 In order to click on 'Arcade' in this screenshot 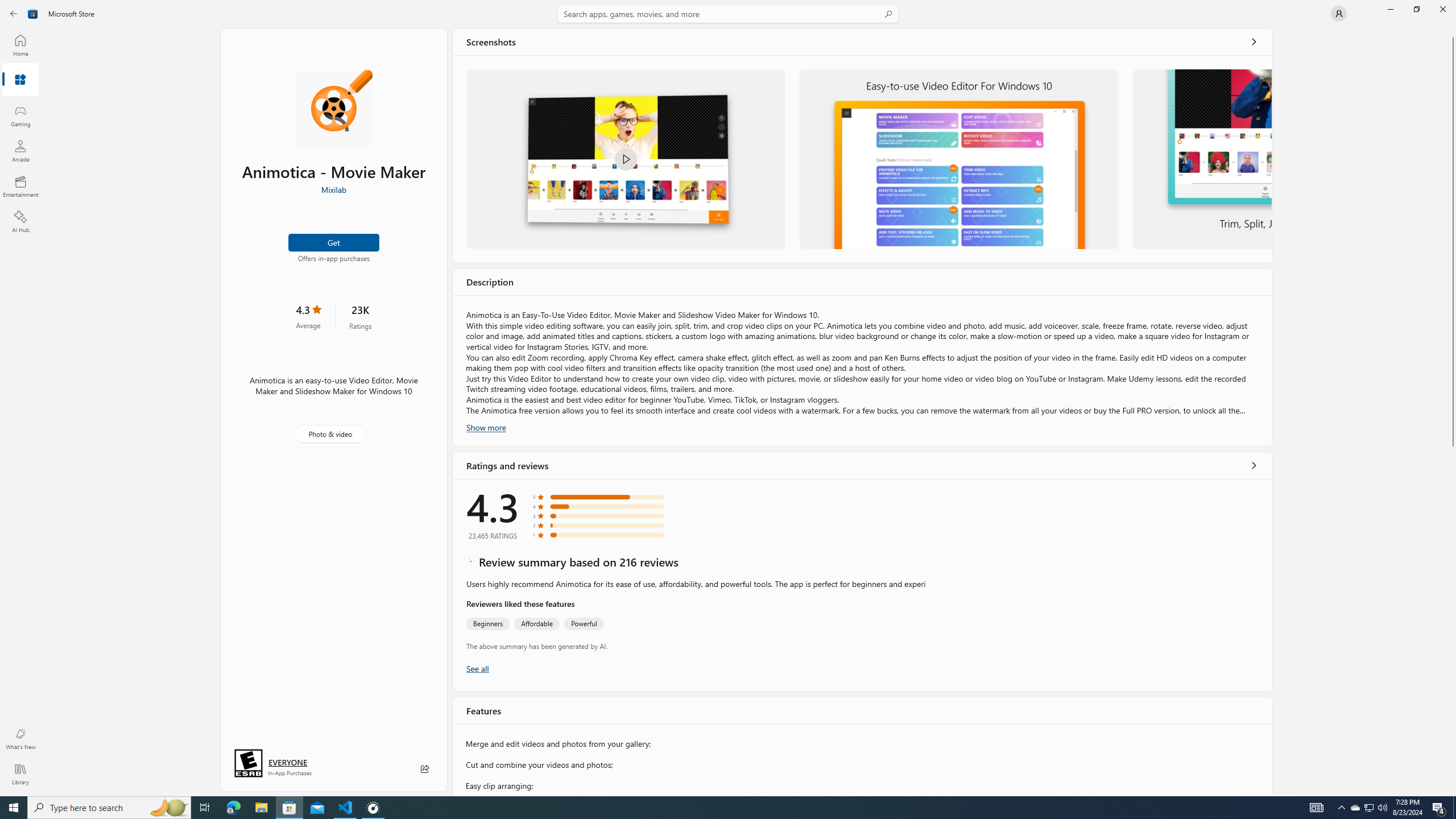, I will do `click(19, 150)`.